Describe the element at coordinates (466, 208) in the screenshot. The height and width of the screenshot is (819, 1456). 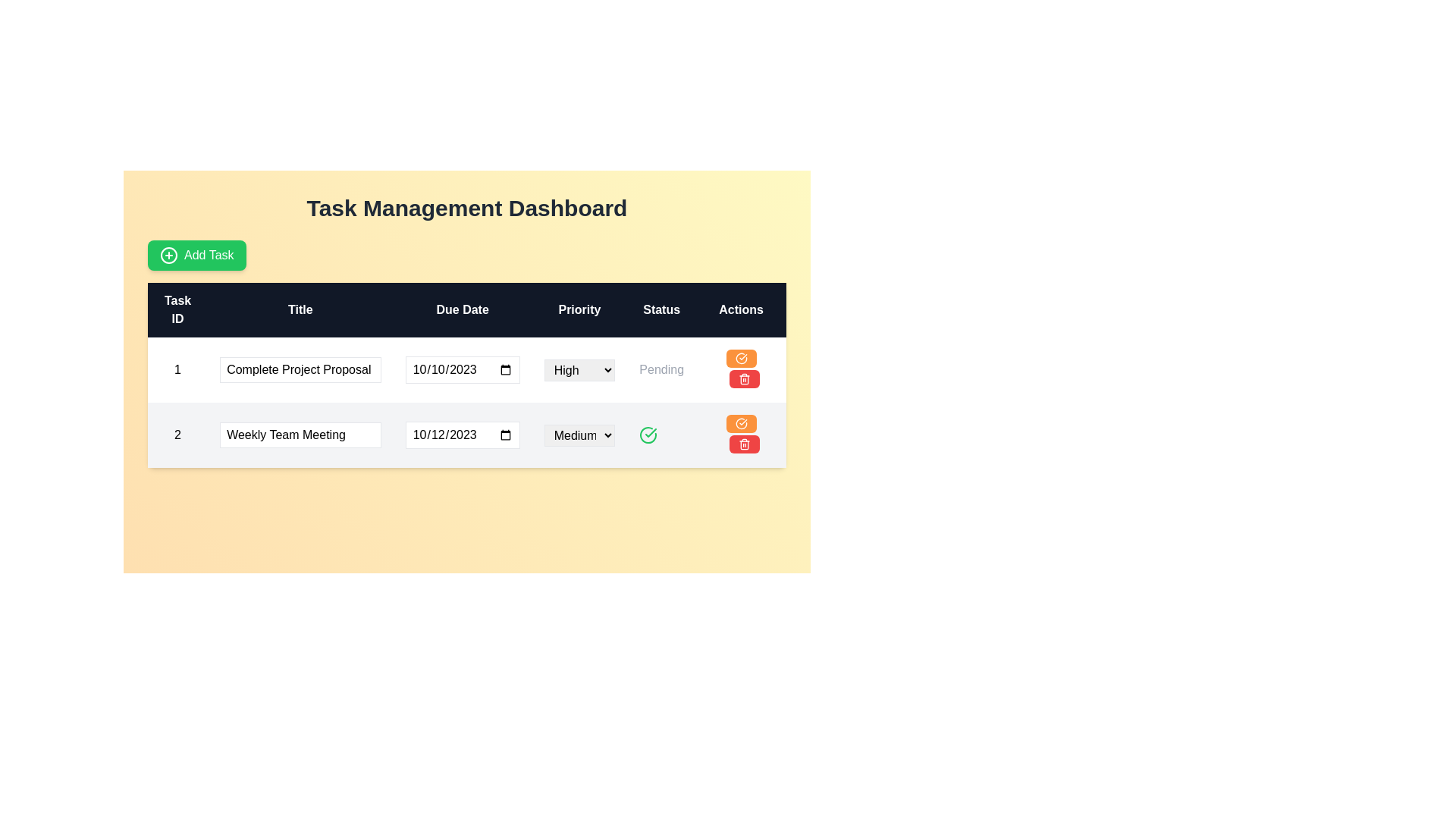
I see `the Header or Title element that serves as the main title for the task management interface, positioned near the top center above the 'Add Task' button and the task details area` at that location.